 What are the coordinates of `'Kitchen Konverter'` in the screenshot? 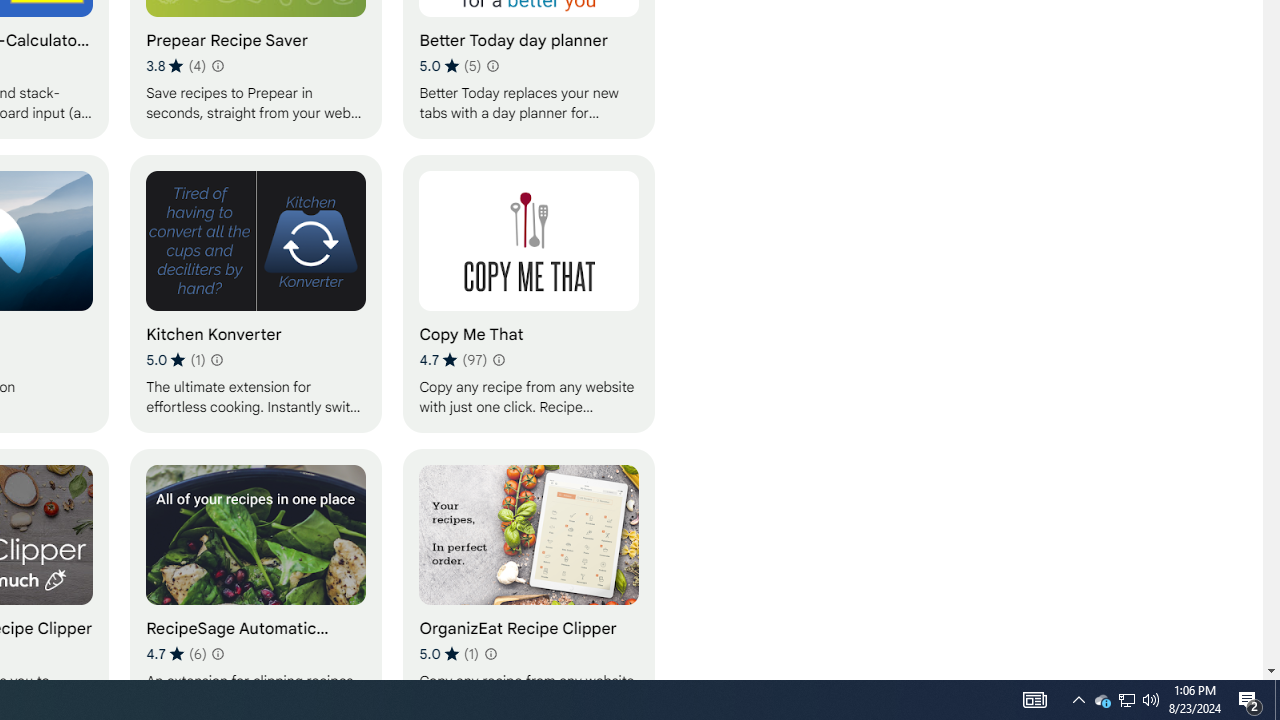 It's located at (255, 293).